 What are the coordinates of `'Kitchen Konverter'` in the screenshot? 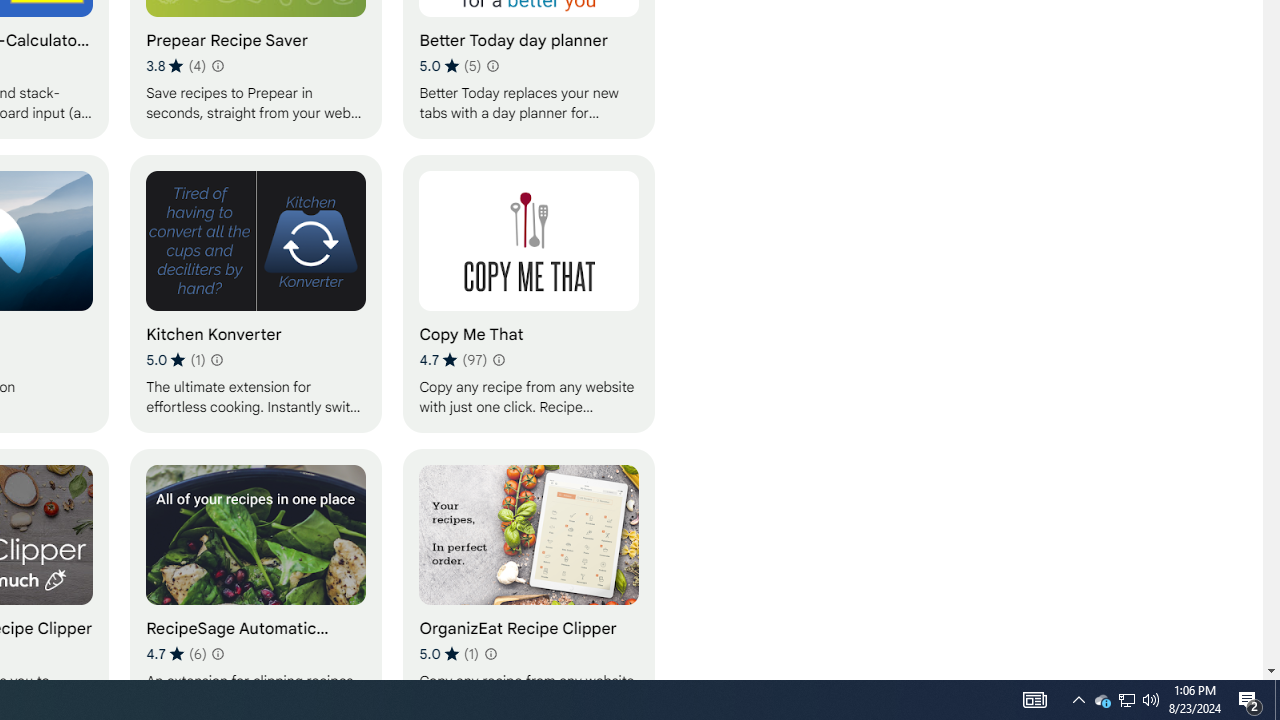 It's located at (255, 293).